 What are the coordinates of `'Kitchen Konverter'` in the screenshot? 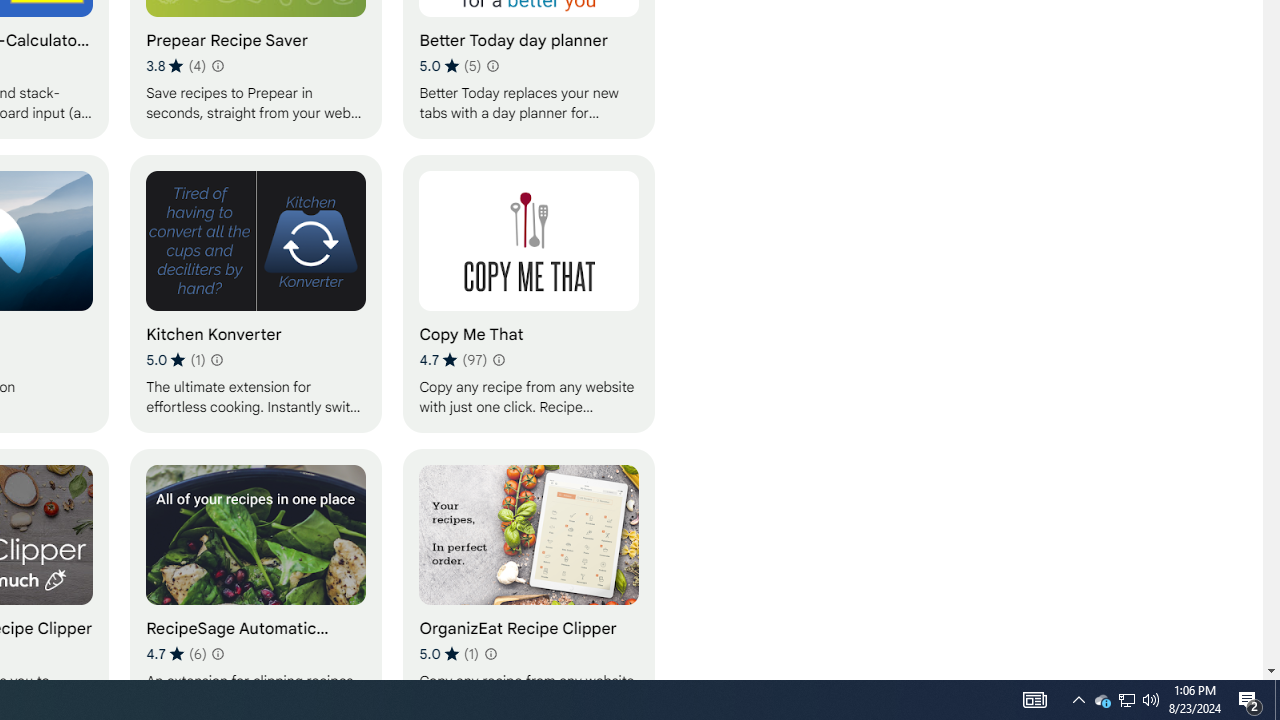 It's located at (255, 293).